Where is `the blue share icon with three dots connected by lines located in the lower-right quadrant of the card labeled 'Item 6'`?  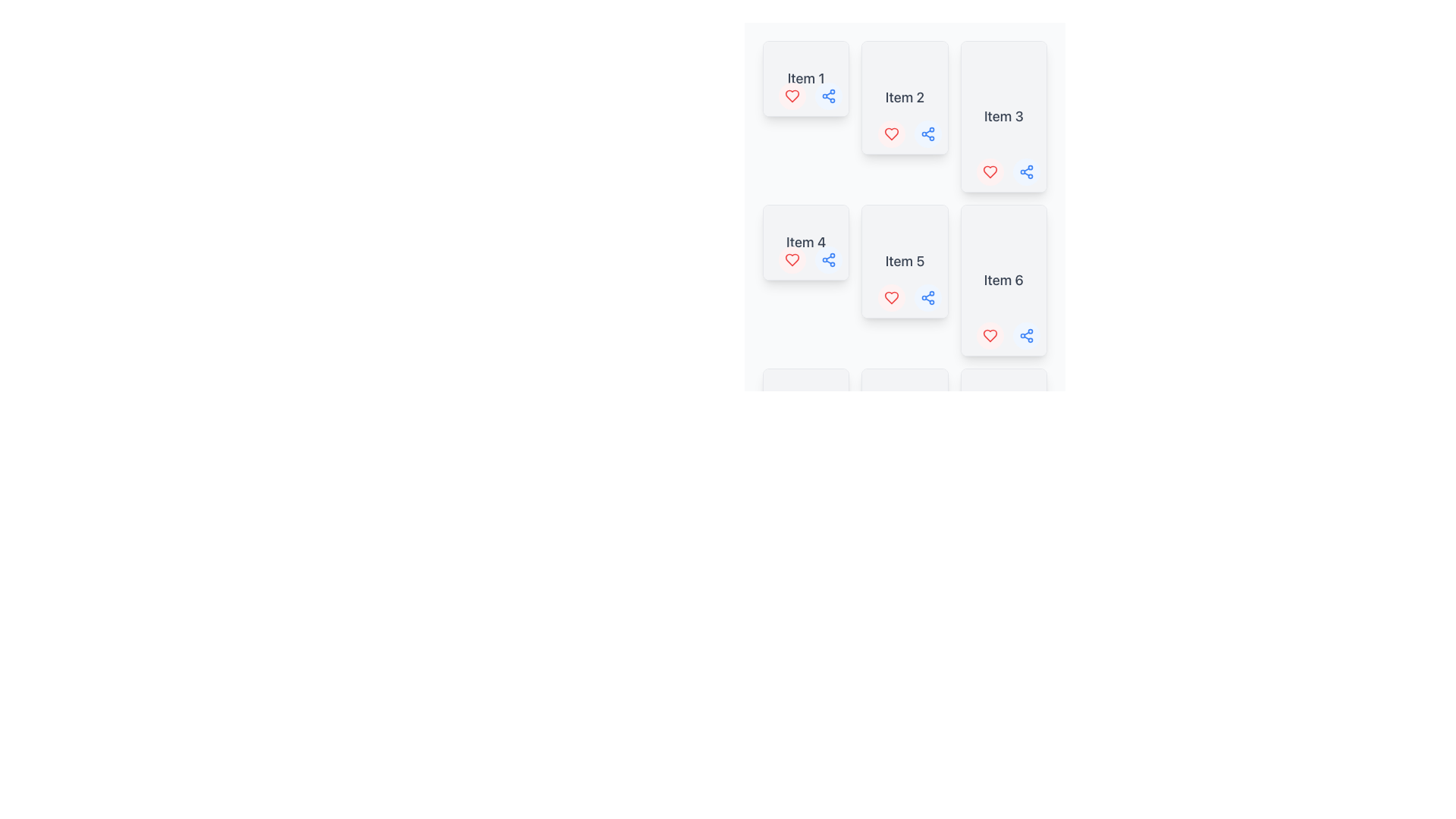 the blue share icon with three dots connected by lines located in the lower-right quadrant of the card labeled 'Item 6' is located at coordinates (1026, 335).